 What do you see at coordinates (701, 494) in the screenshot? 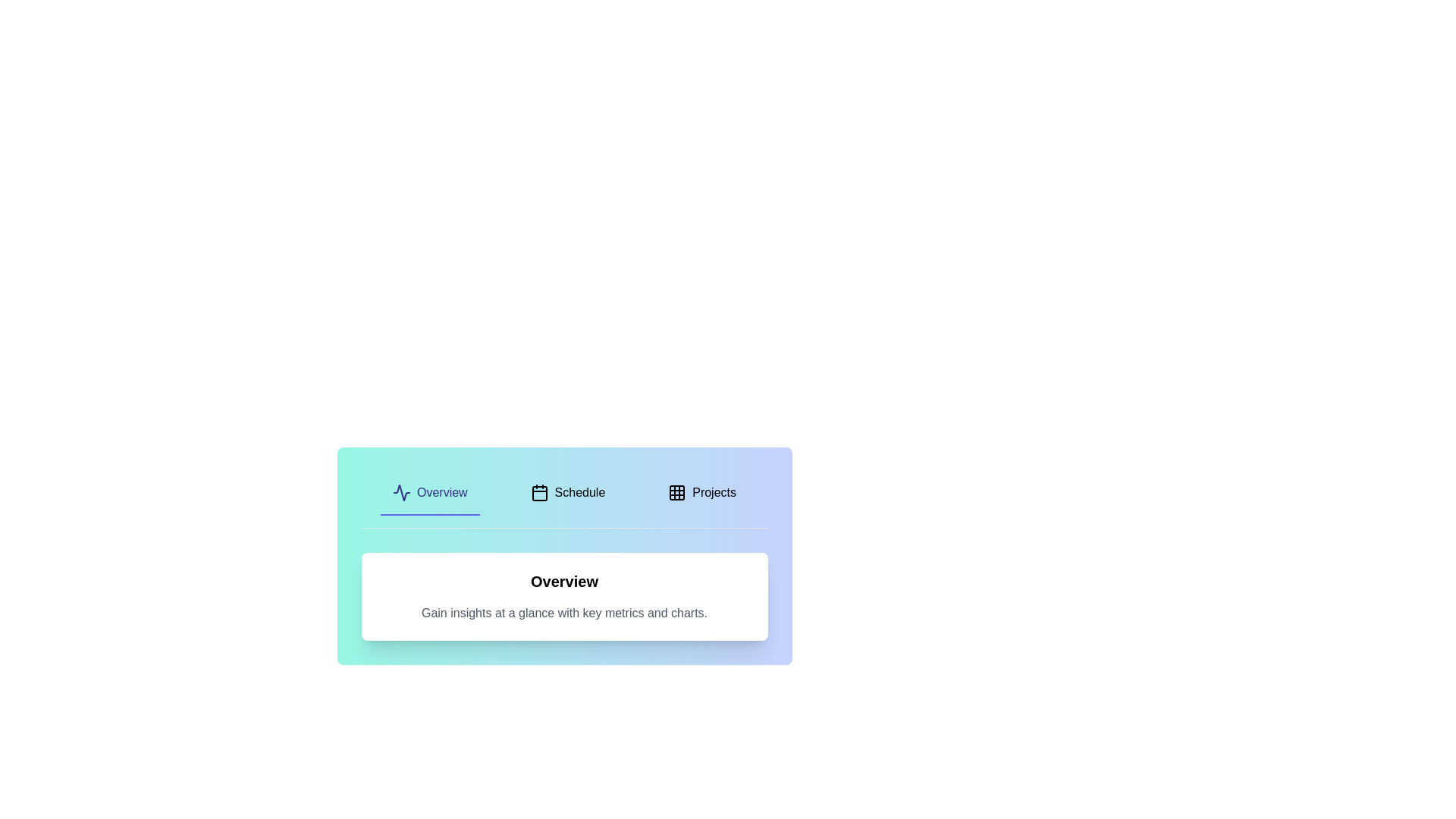
I see `the Projects tab` at bounding box center [701, 494].